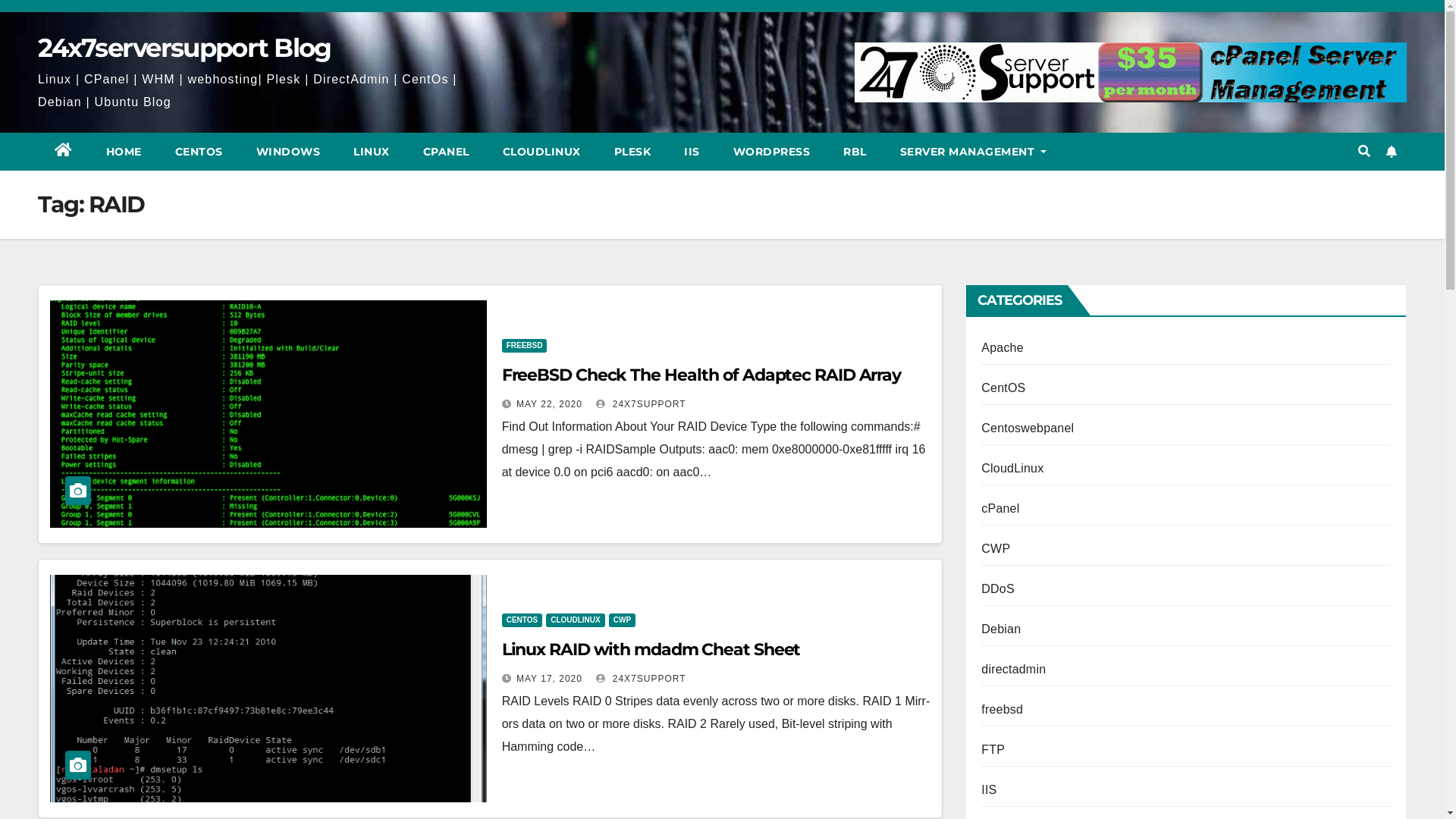 The width and height of the screenshot is (1456, 819). I want to click on 'CLOUDLINUX', so click(574, 620).